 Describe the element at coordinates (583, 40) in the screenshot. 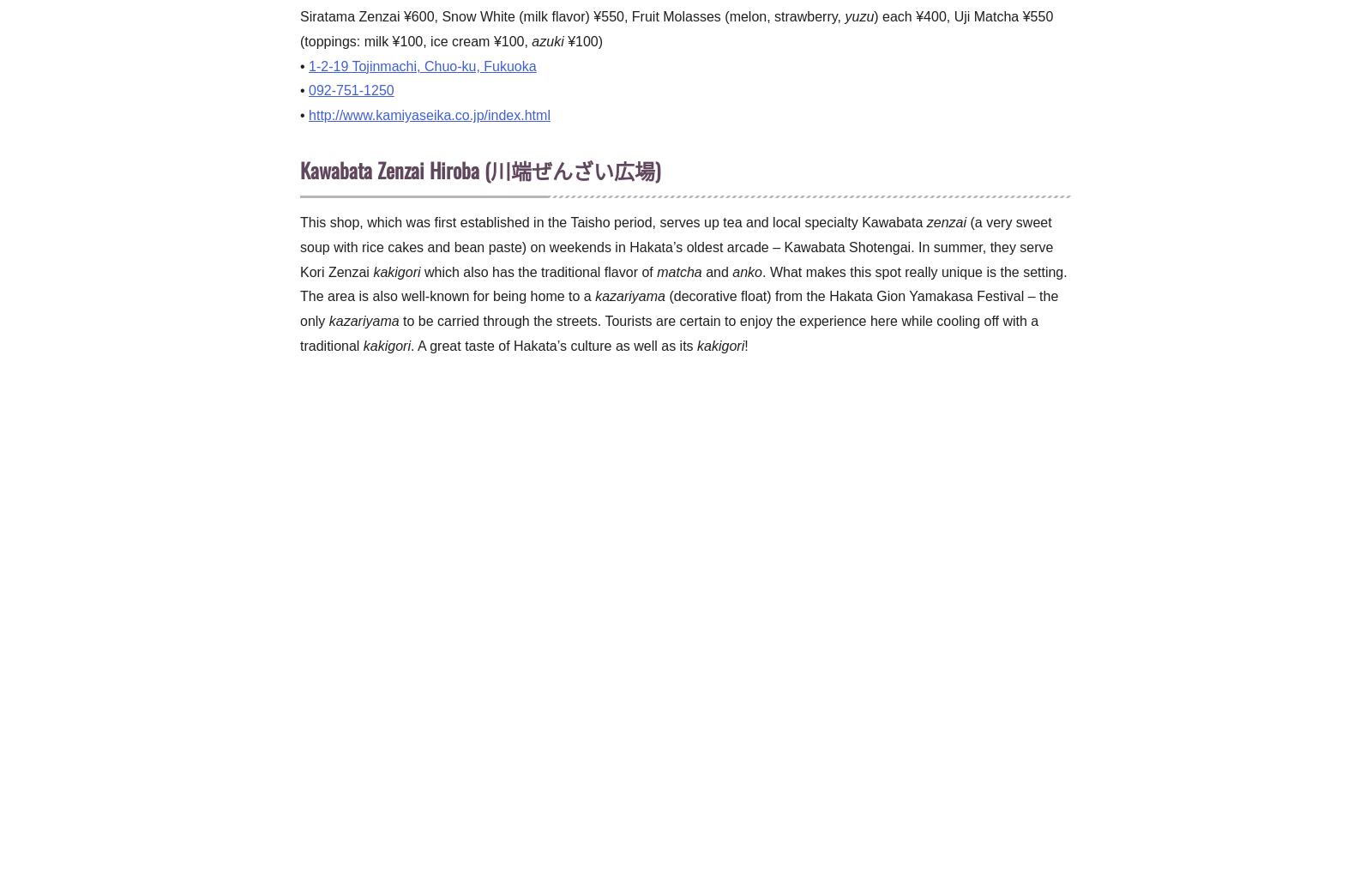

I see `'¥100)'` at that location.